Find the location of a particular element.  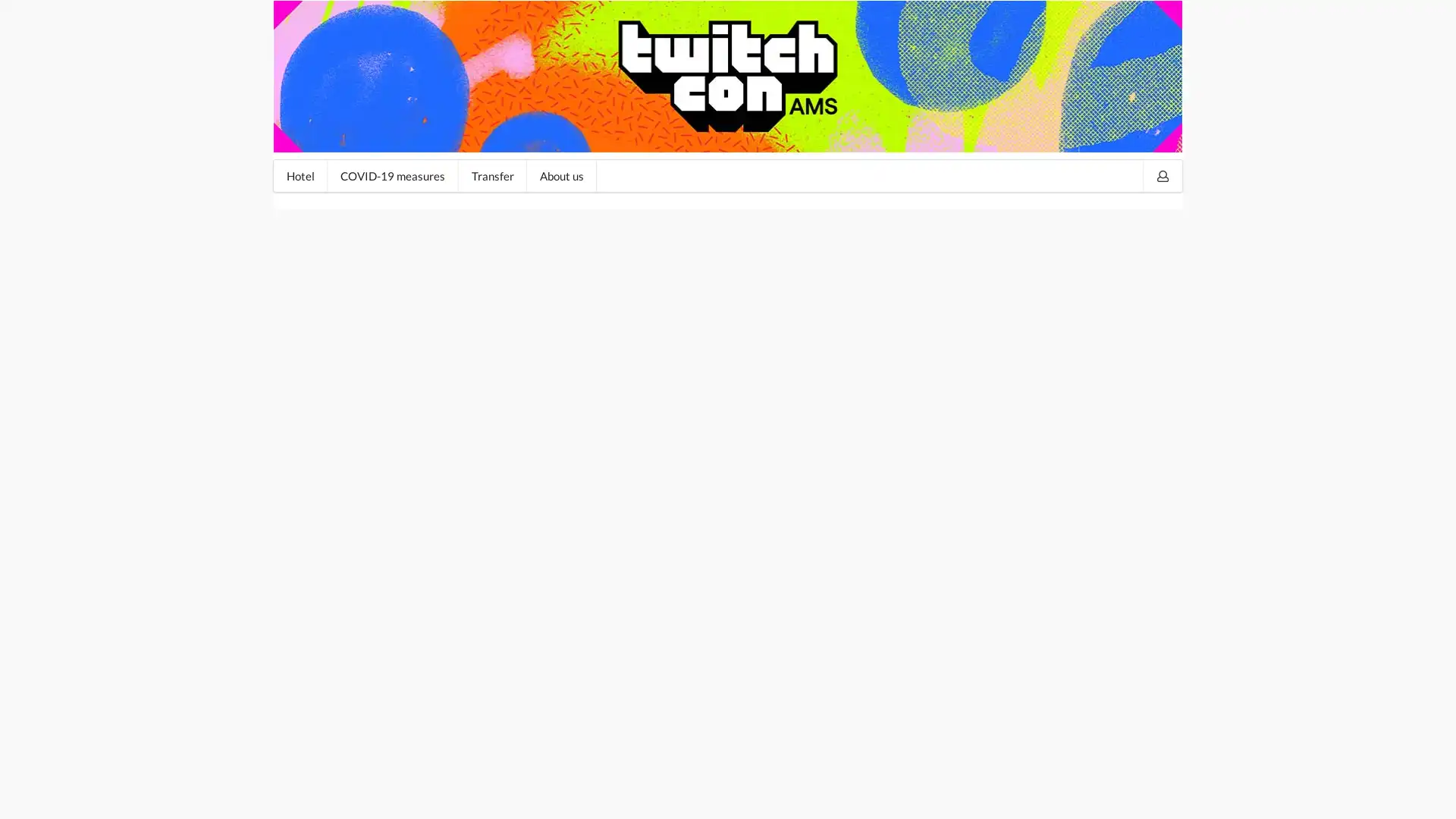

Customise Settings is located at coordinates (932, 794).